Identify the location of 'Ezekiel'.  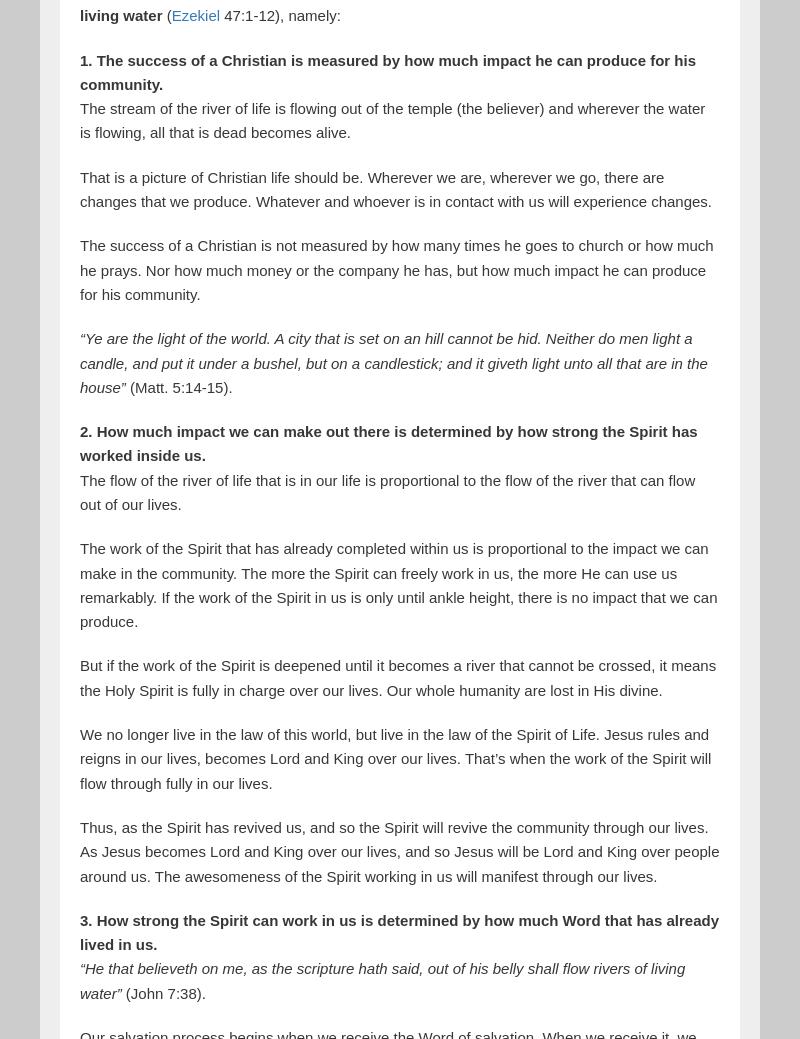
(194, 14).